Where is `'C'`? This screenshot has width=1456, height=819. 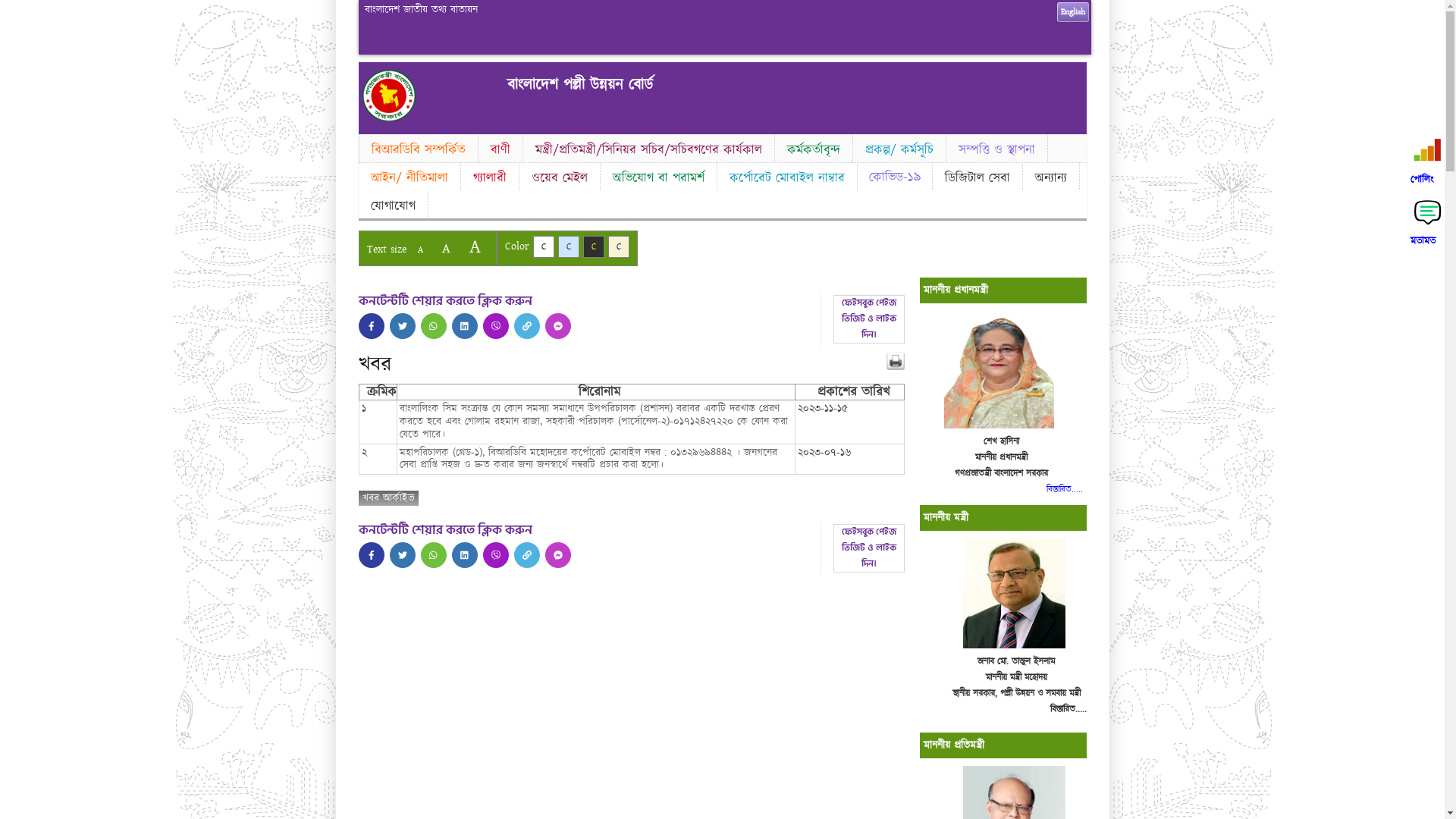
'C' is located at coordinates (567, 246).